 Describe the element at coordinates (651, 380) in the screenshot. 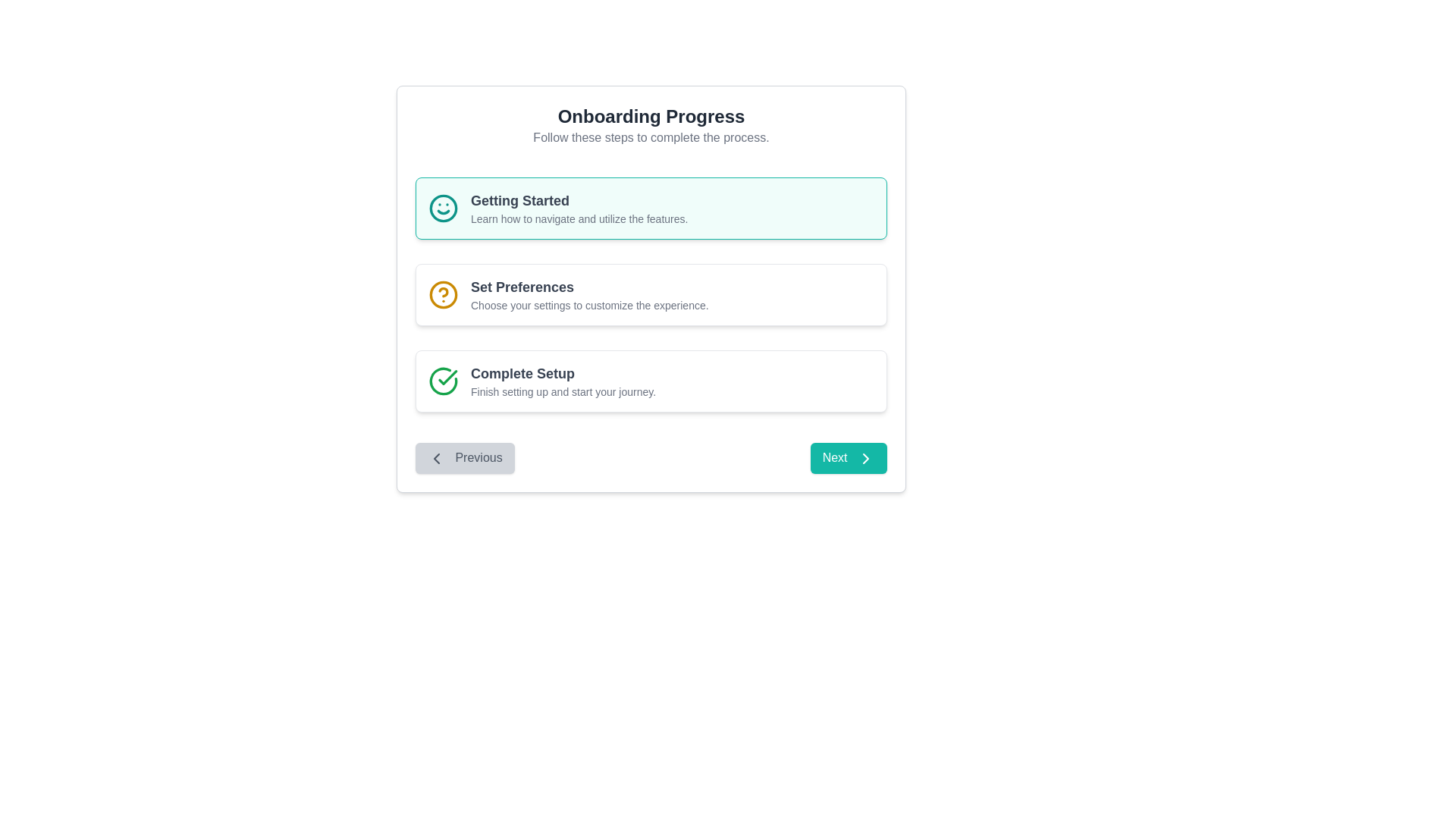

I see `the 'Complete Setup' card in the 'Onboarding Progress' section to proceed with the onboarding process` at that location.